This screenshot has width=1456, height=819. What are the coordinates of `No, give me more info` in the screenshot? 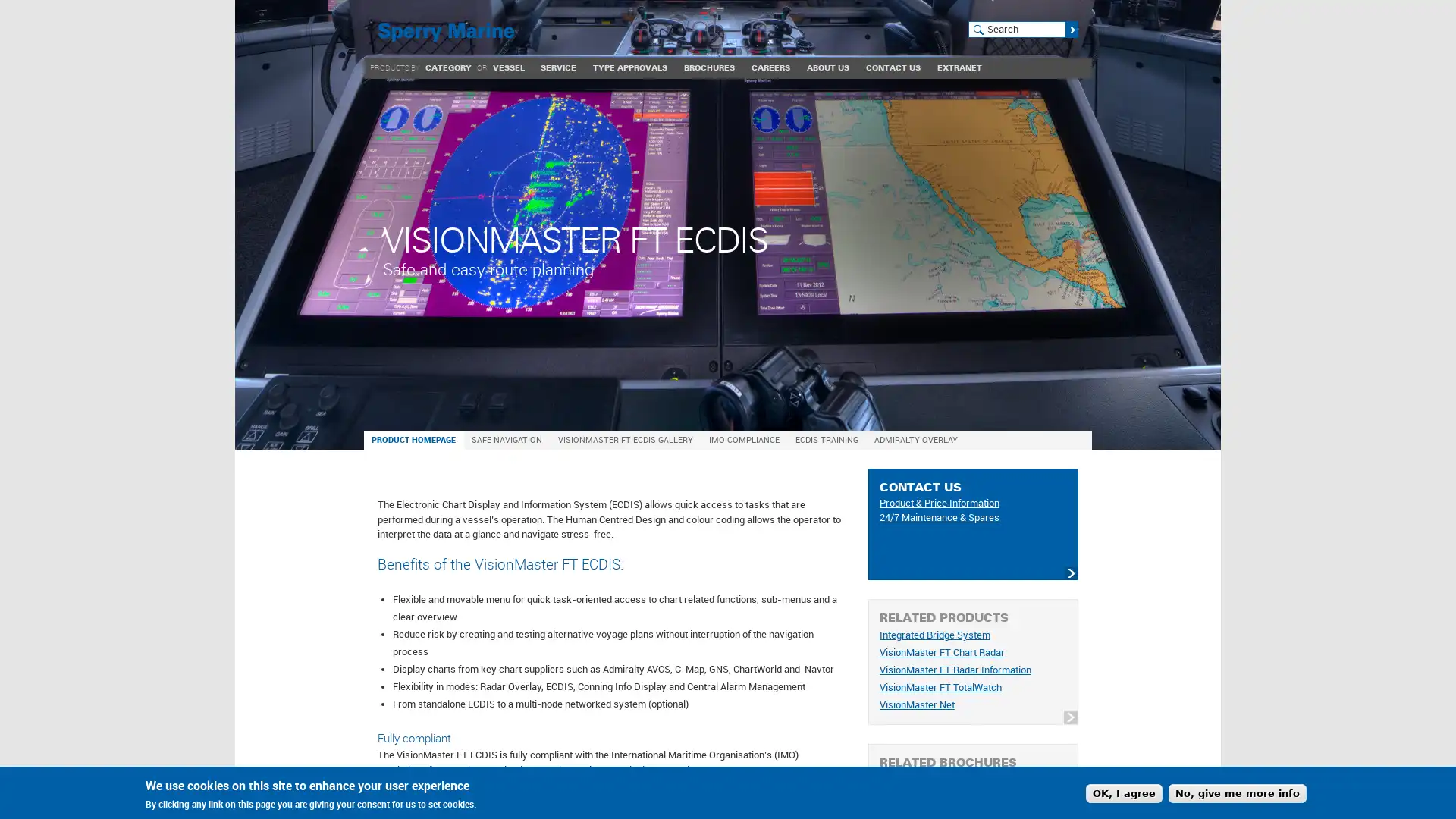 It's located at (1238, 792).